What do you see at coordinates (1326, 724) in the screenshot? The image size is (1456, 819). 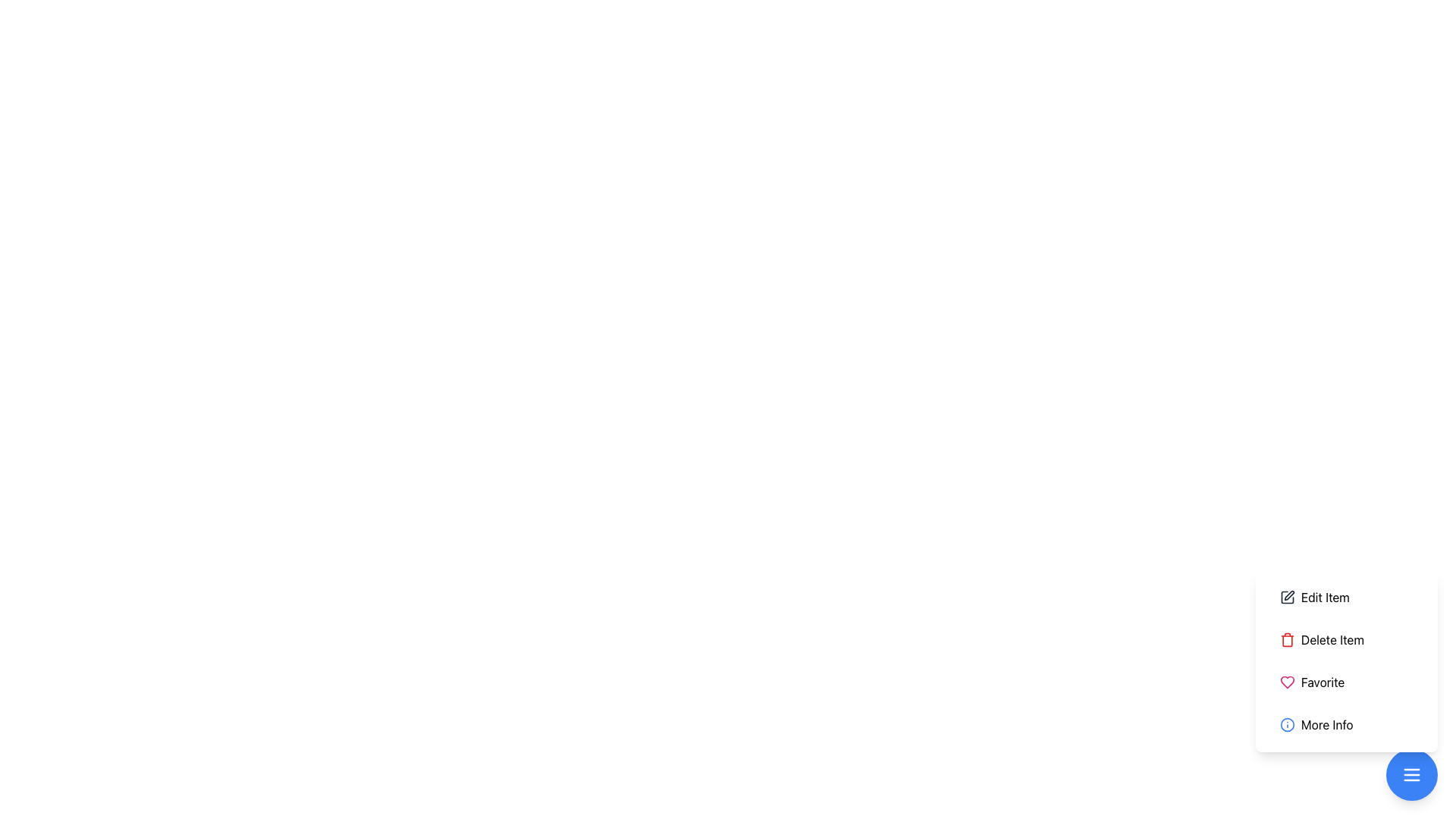 I see `the 'More Info' text label located in the dropdown menu, positioned below 'Favorite' and to the right of an information icon` at bounding box center [1326, 724].